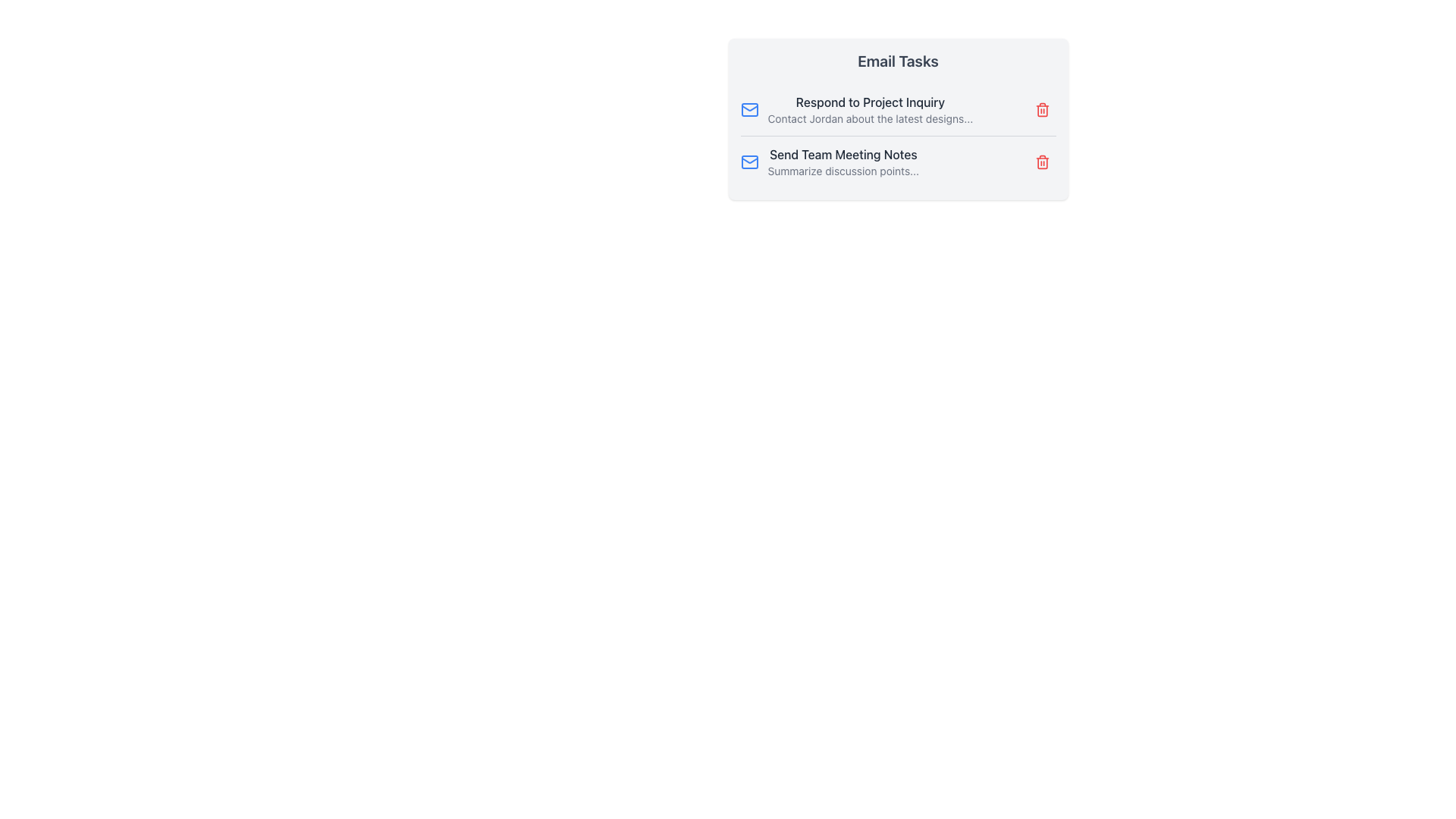 The width and height of the screenshot is (1456, 819). What do you see at coordinates (749, 162) in the screenshot?
I see `the envelope icon representing the email action for 'Send Team Meeting Notes'` at bounding box center [749, 162].